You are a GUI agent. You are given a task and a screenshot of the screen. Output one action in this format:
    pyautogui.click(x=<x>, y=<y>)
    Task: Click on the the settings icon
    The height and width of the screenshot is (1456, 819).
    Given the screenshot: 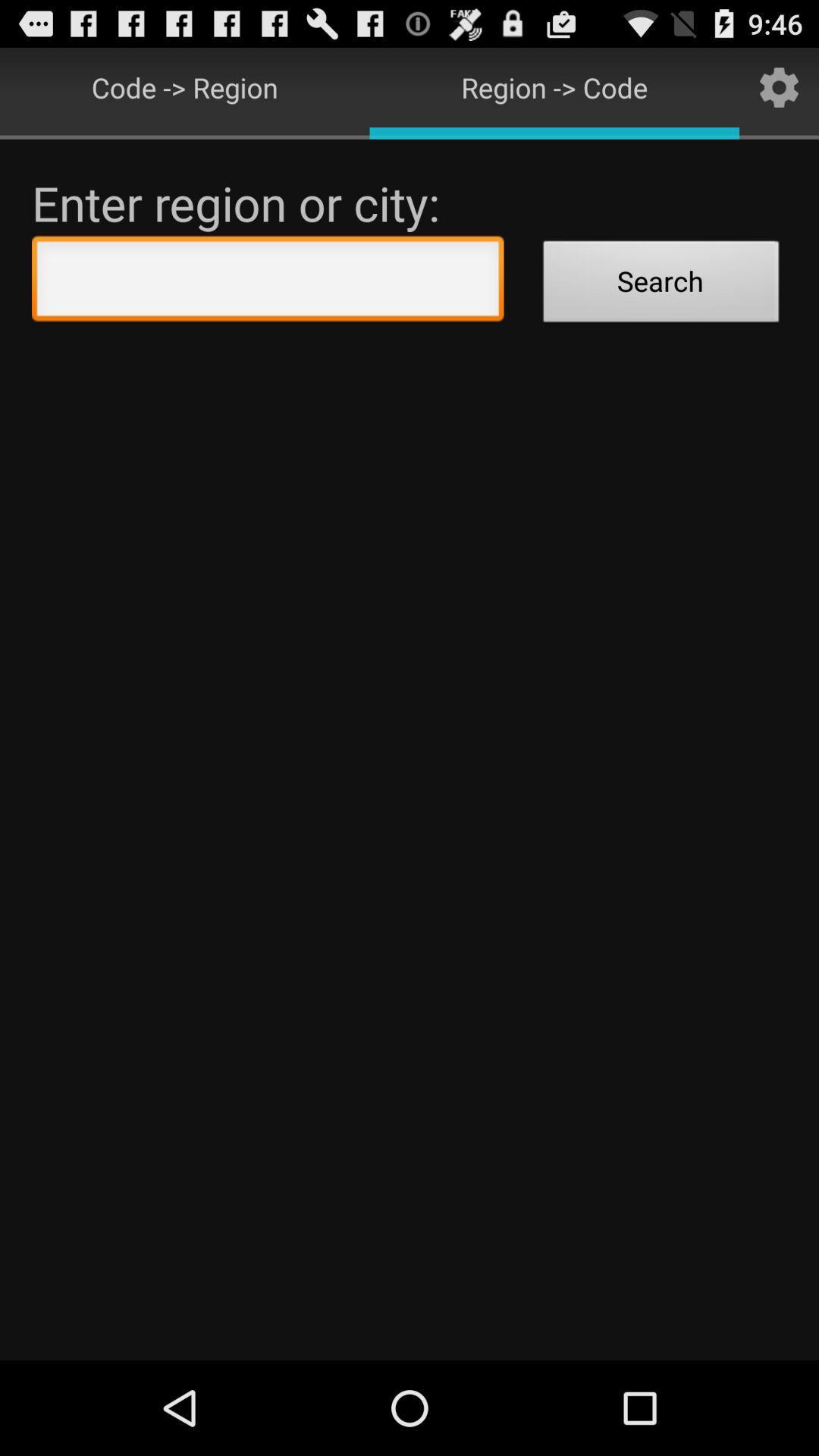 What is the action you would take?
    pyautogui.click(x=779, y=93)
    